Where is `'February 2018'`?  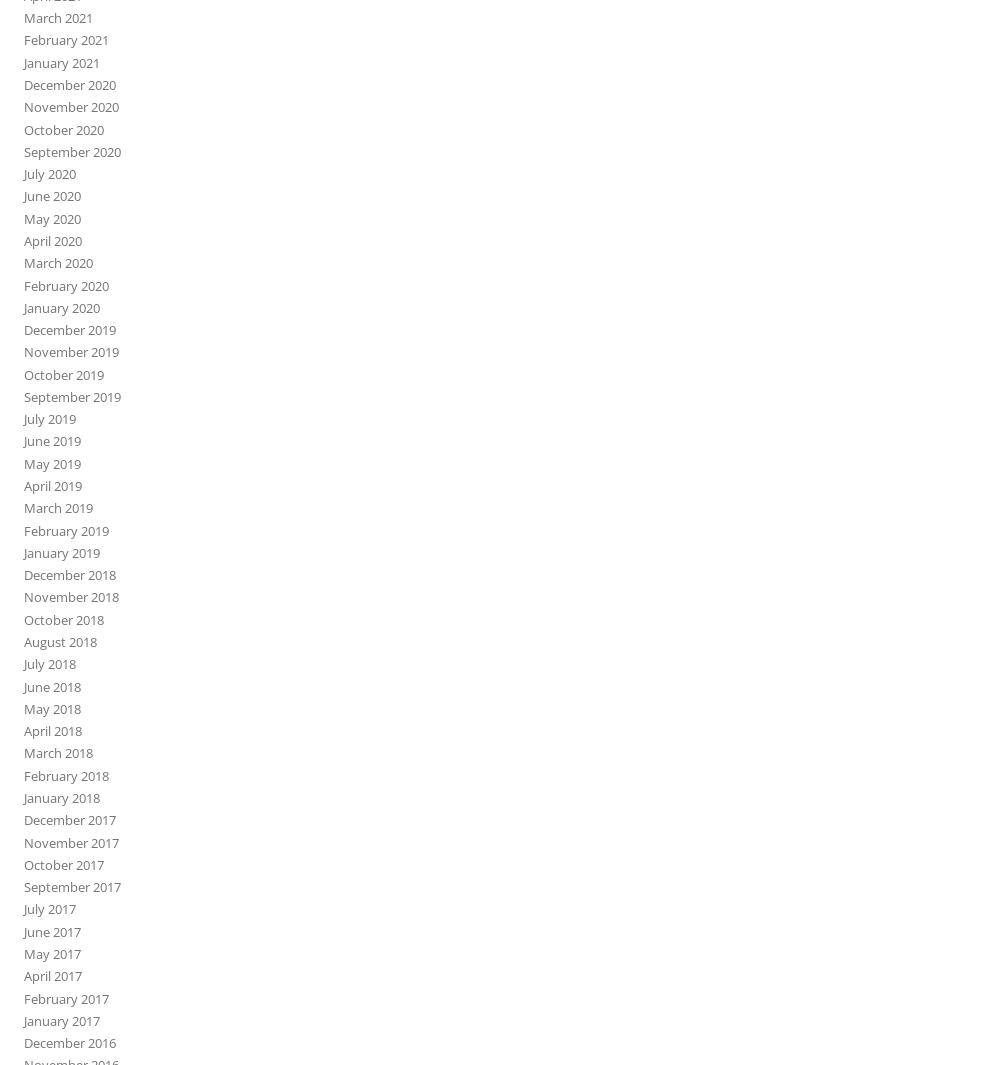 'February 2018' is located at coordinates (66, 775).